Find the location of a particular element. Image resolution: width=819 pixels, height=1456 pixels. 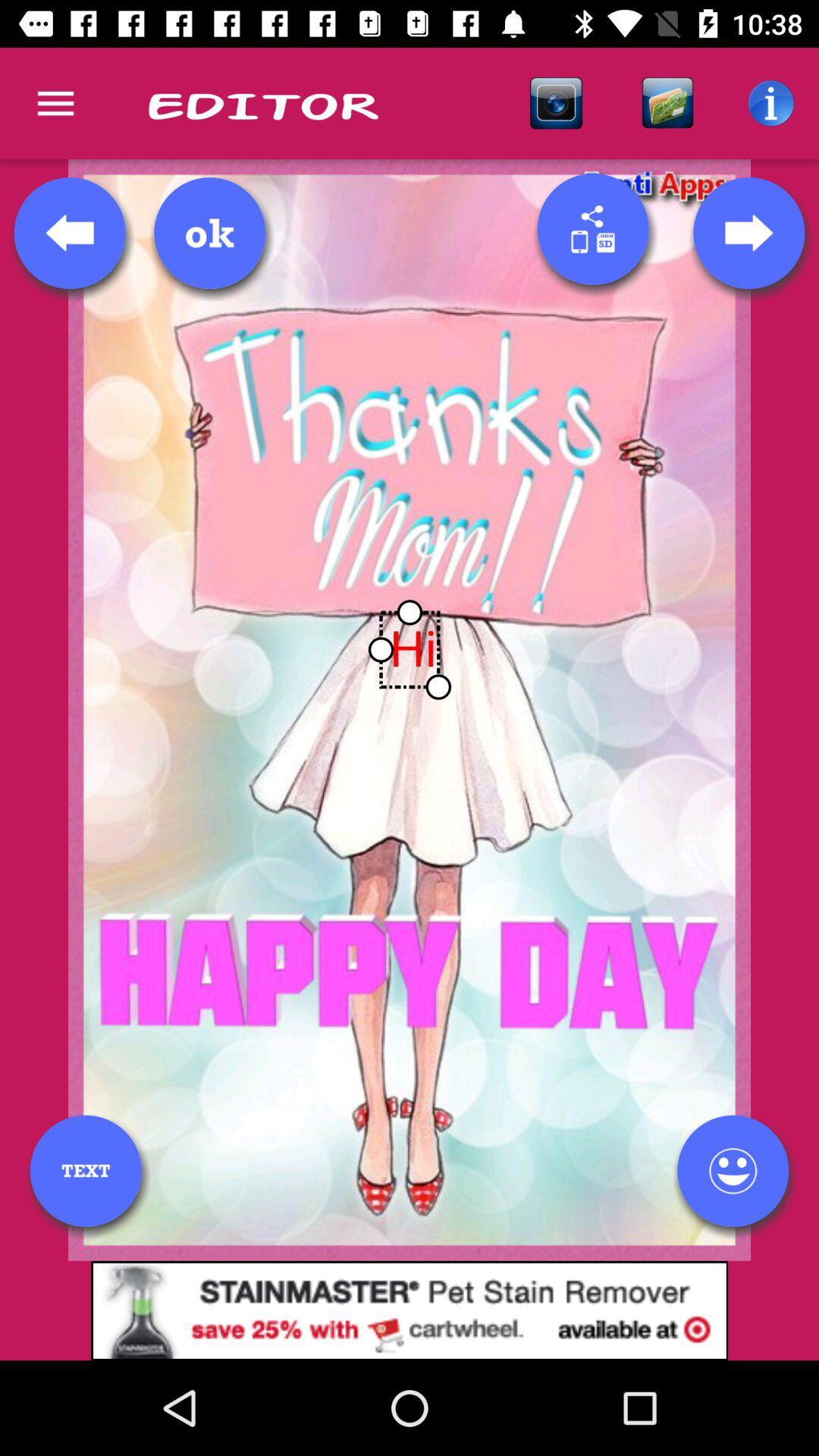

the emoji icon is located at coordinates (732, 1170).